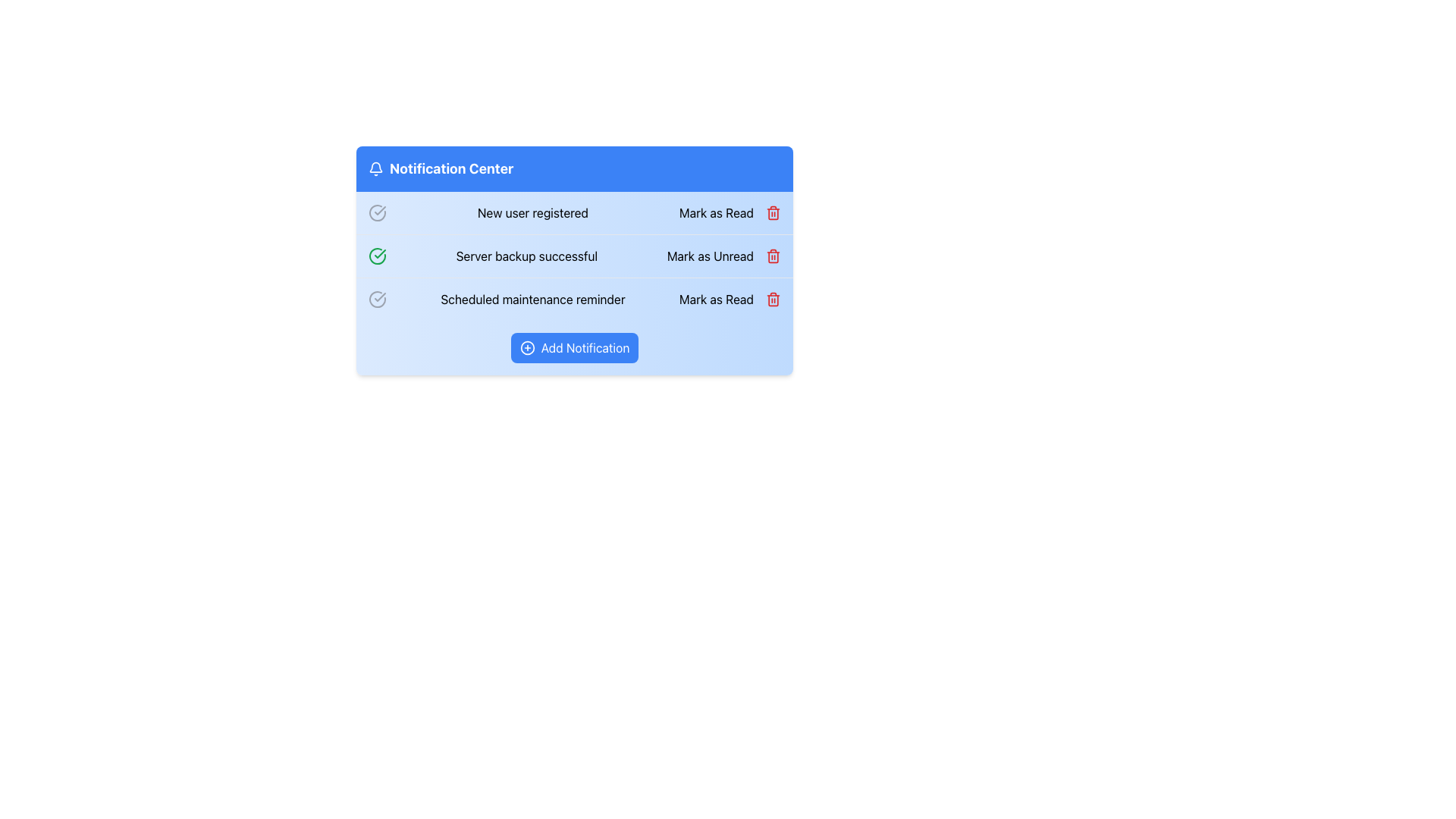  Describe the element at coordinates (773, 300) in the screenshot. I see `the trash icon located within the notification card for the 'Scheduled maintenance reminder'` at that location.